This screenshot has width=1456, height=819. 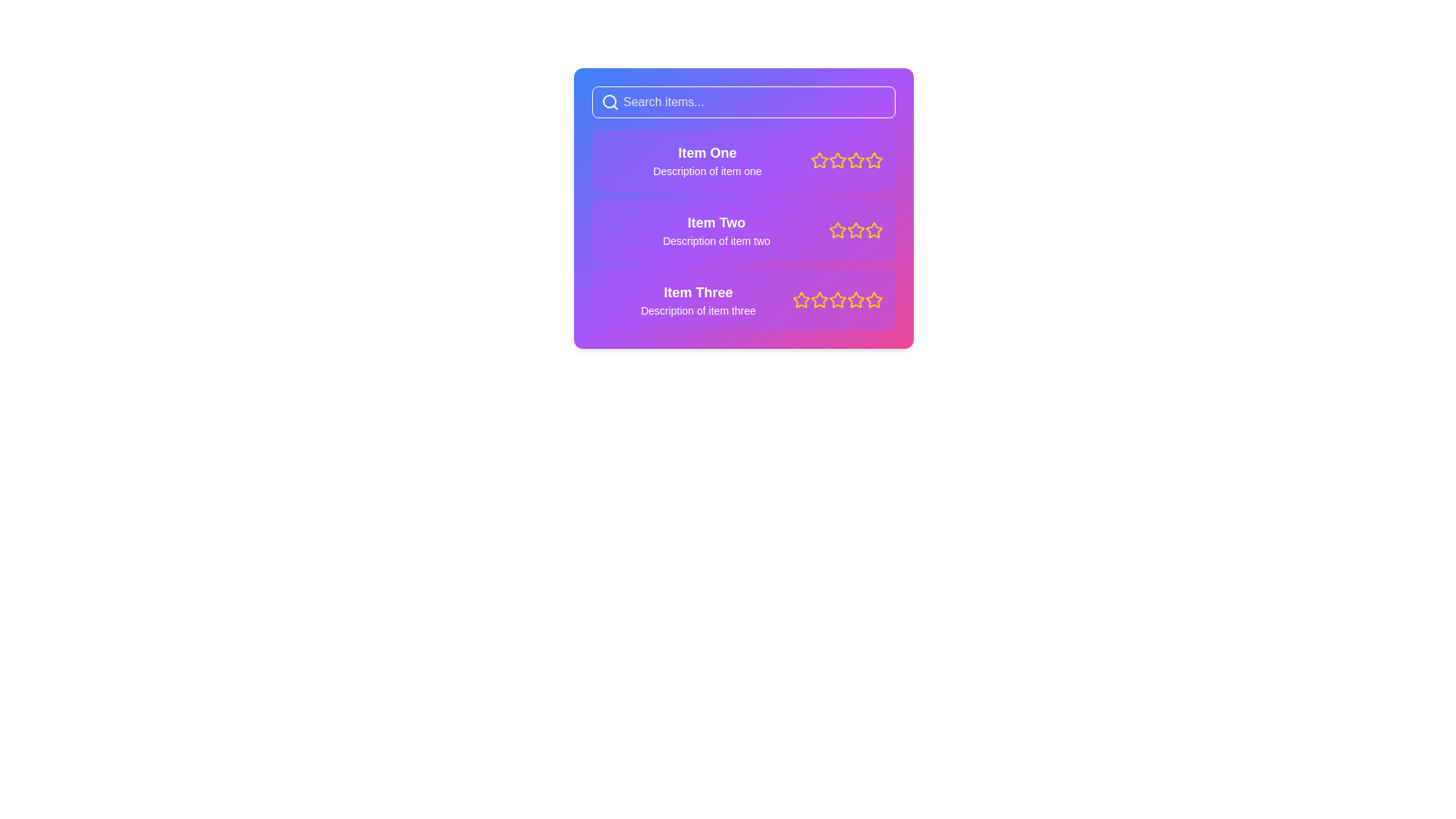 I want to click on the second star in the rating component to indicate a two-star rating for 'Item Two', so click(x=855, y=231).